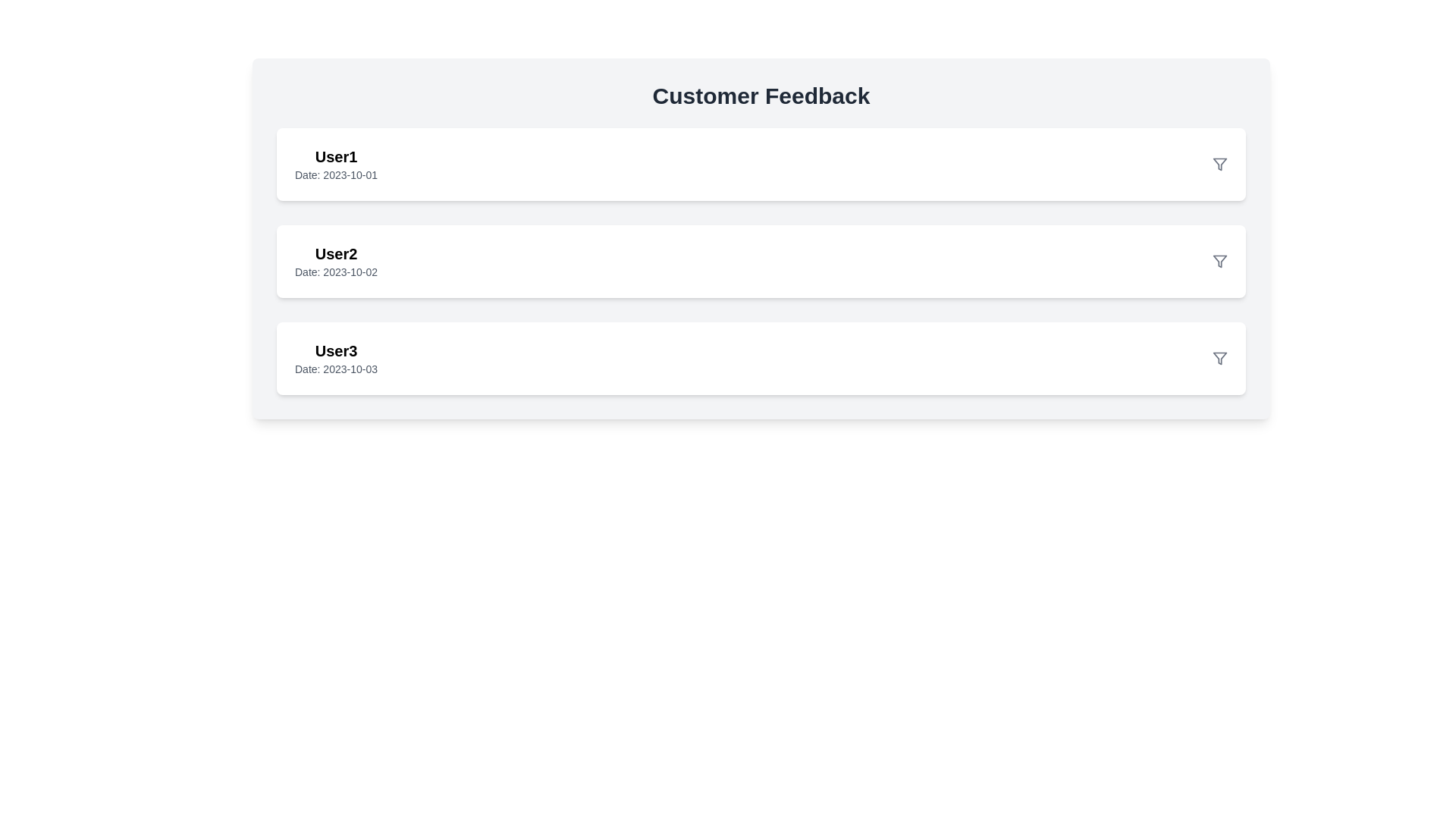  Describe the element at coordinates (335, 253) in the screenshot. I see `the username text label located at the top-left corner of the second customer feedback card, which is positioned above the date text 'Date: 2023-10-02.'` at that location.